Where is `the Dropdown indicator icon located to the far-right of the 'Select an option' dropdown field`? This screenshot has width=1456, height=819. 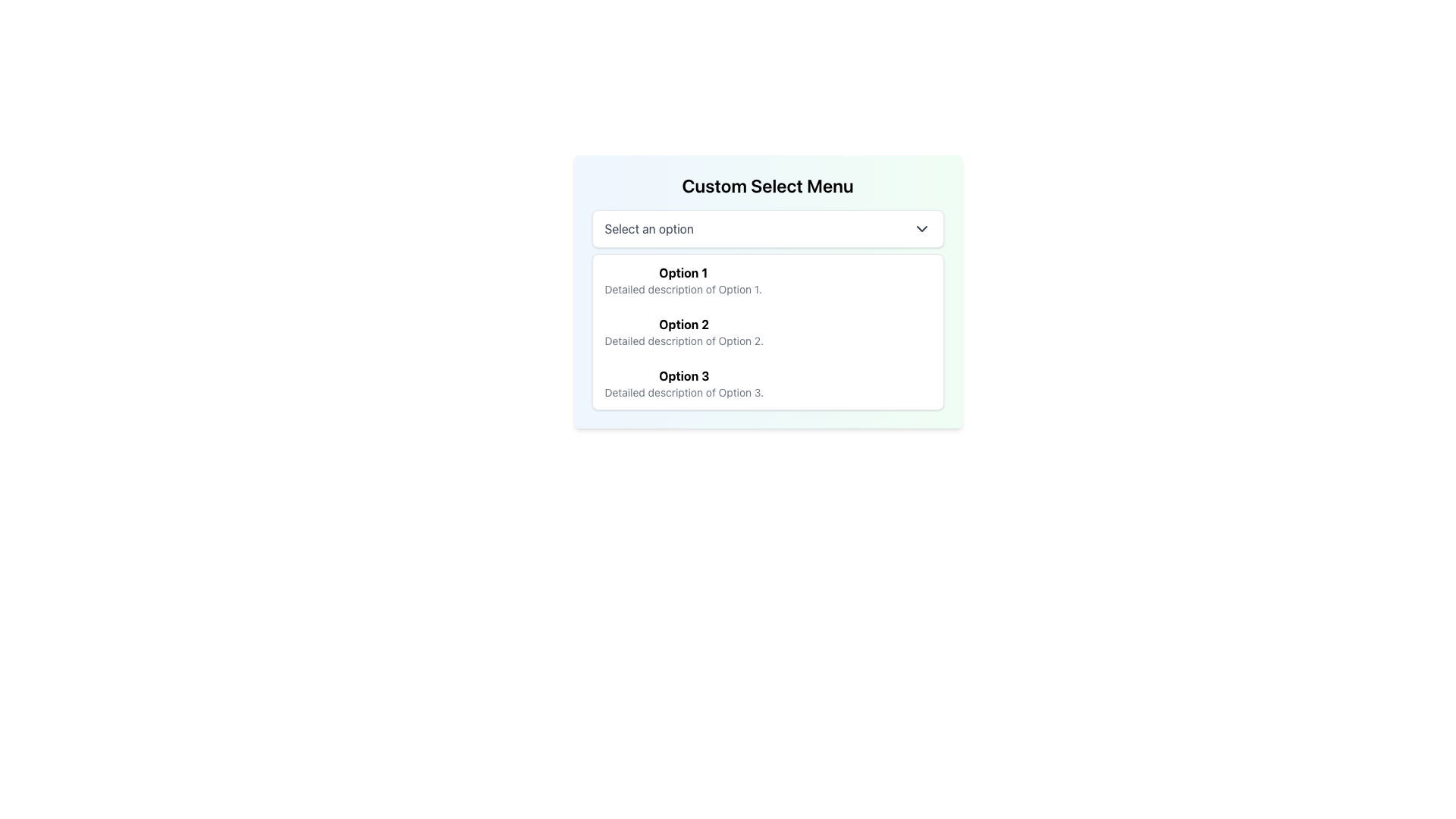
the Dropdown indicator icon located to the far-right of the 'Select an option' dropdown field is located at coordinates (921, 228).